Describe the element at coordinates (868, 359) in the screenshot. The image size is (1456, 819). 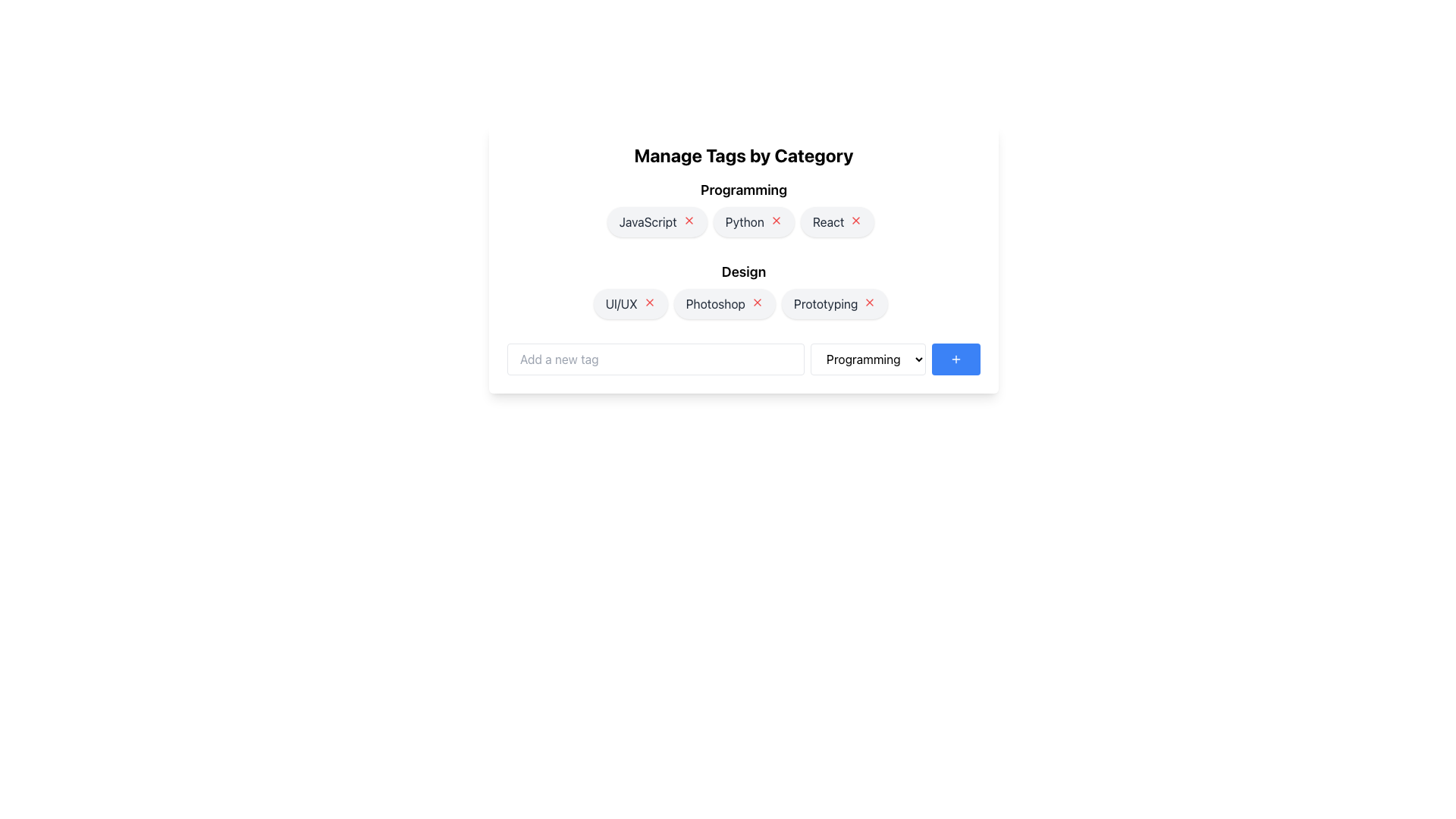
I see `the dropdown button related to the 'Programming' tag` at that location.